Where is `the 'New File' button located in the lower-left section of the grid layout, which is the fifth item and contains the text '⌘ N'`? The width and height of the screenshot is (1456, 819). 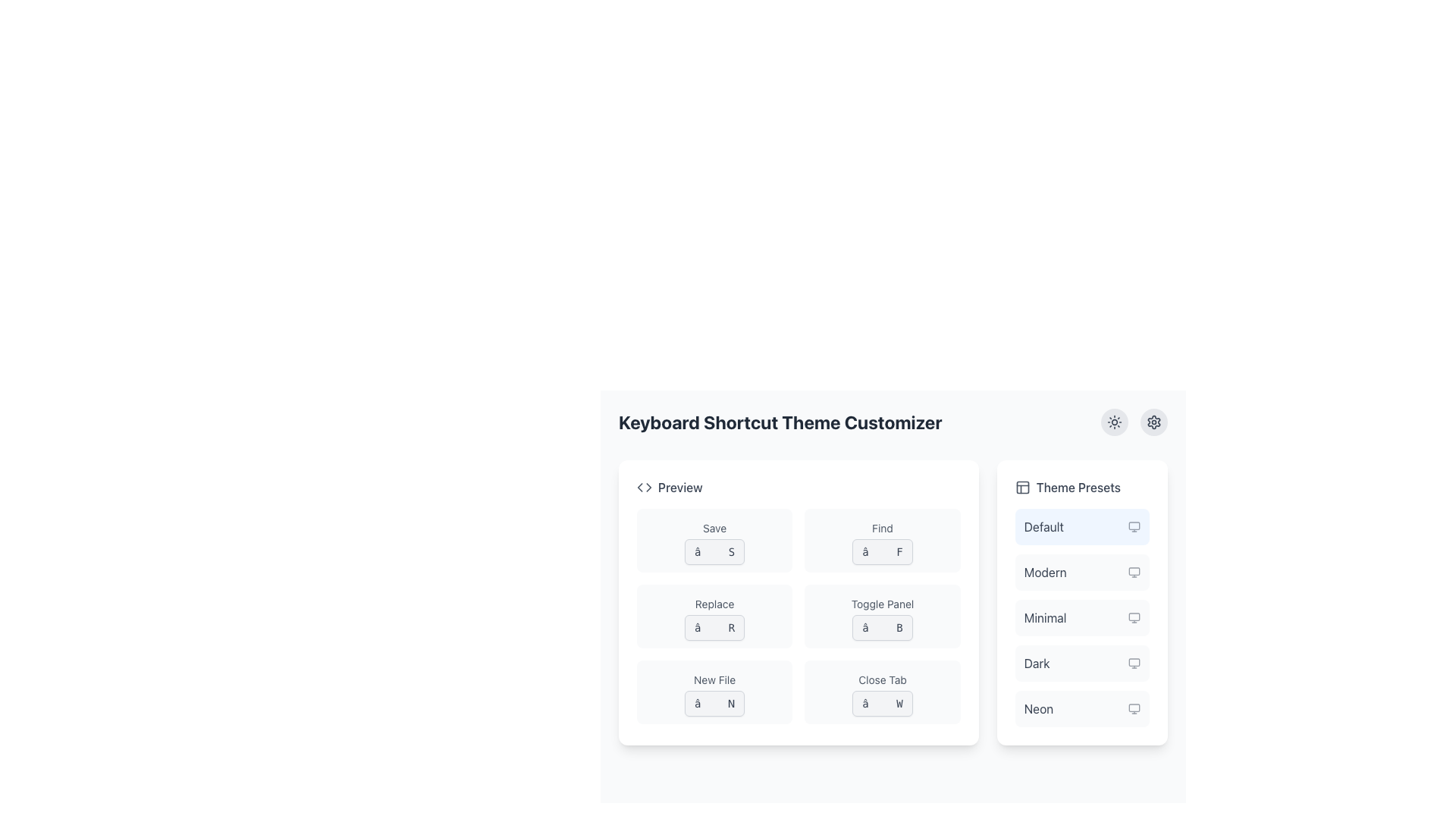
the 'New File' button located in the lower-left section of the grid layout, which is the fifth item and contains the text '⌘ N' is located at coordinates (714, 692).